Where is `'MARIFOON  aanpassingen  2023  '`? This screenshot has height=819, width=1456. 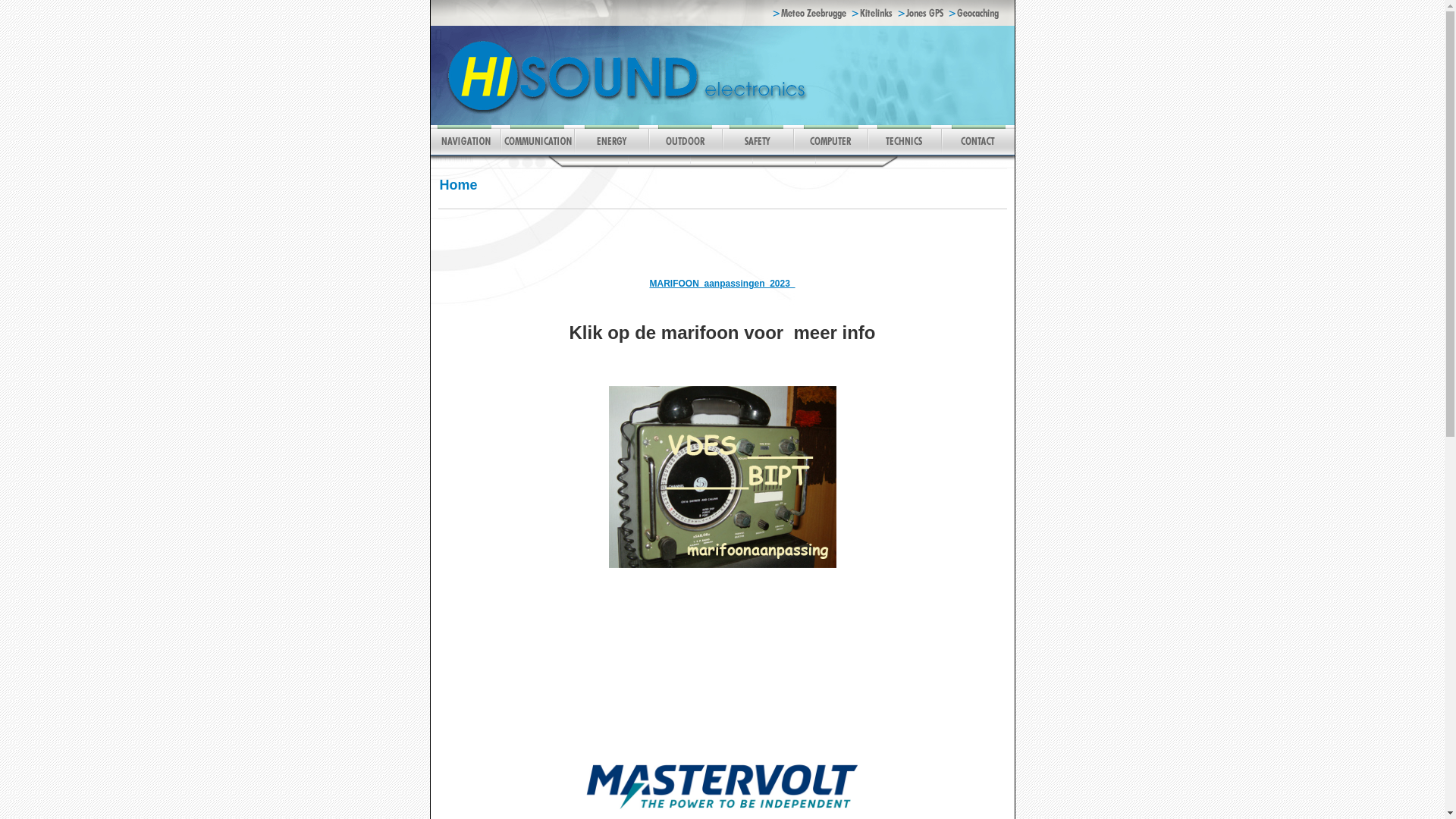 'MARIFOON  aanpassingen  2023  ' is located at coordinates (720, 289).